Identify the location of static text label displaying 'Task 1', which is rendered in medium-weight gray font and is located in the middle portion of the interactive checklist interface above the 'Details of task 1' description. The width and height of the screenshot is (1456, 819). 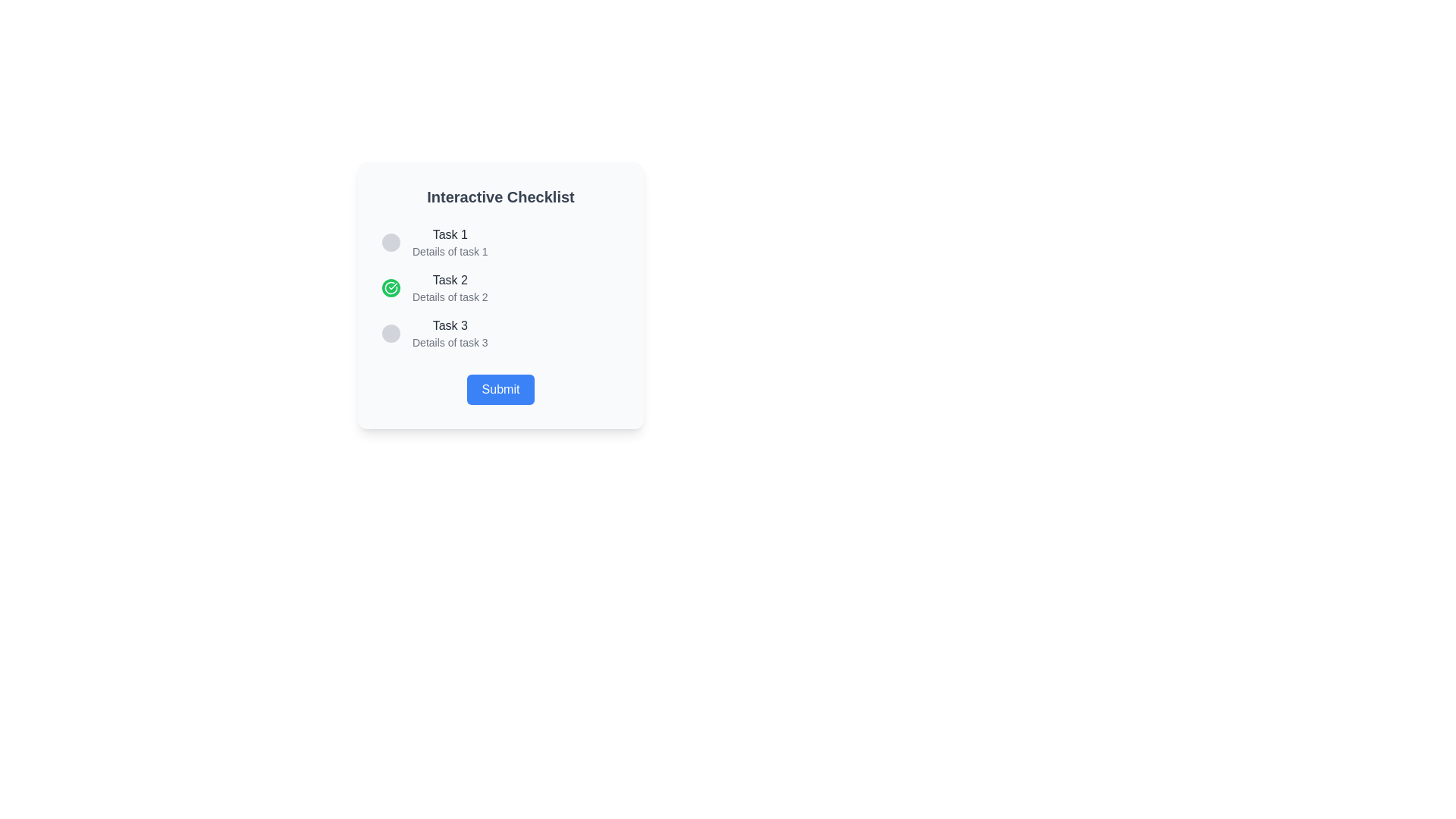
(449, 234).